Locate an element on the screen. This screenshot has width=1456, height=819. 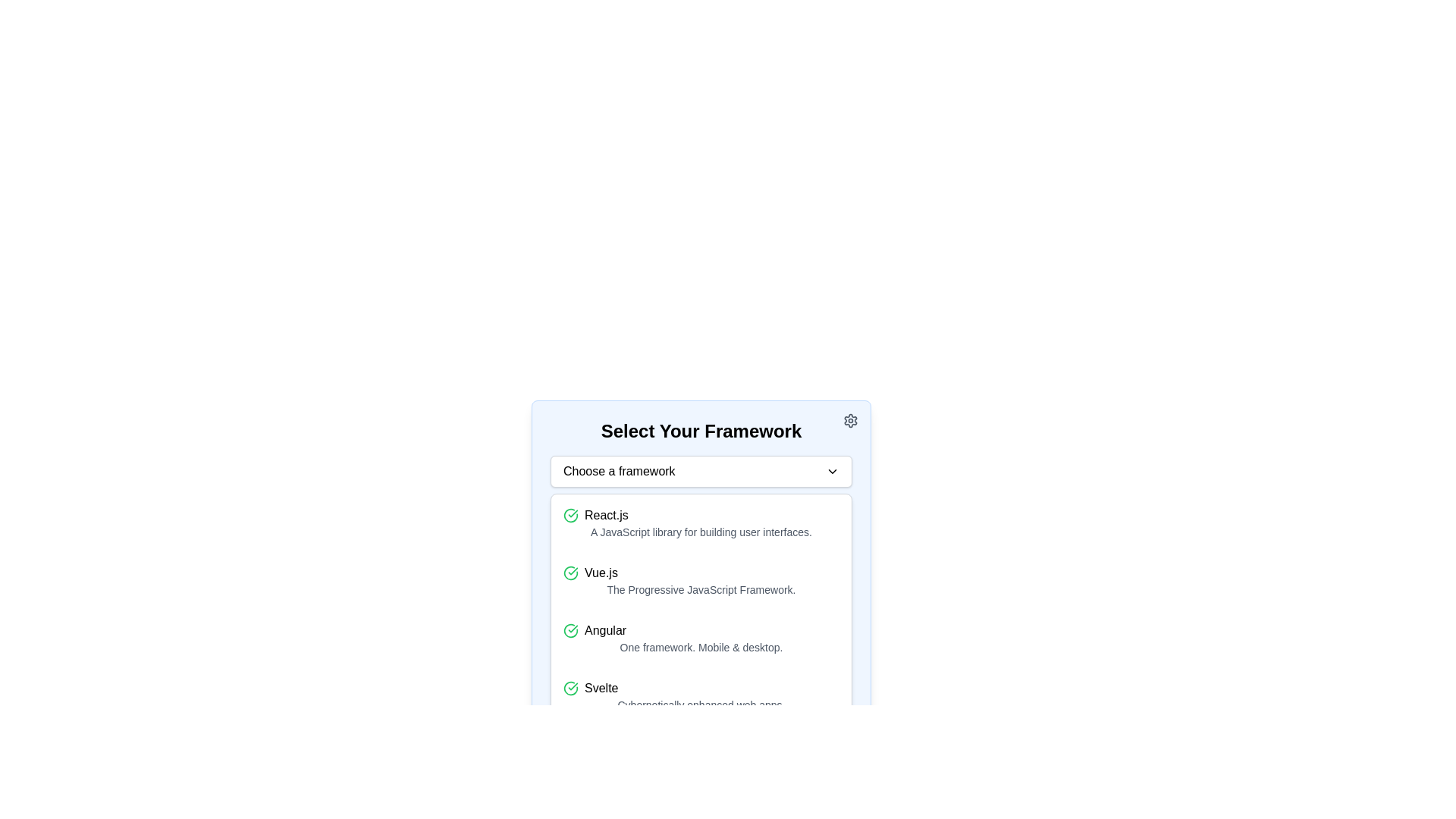
the settings icon button located at the top-right corner of the 'Select Your Framework' content block is located at coordinates (851, 421).